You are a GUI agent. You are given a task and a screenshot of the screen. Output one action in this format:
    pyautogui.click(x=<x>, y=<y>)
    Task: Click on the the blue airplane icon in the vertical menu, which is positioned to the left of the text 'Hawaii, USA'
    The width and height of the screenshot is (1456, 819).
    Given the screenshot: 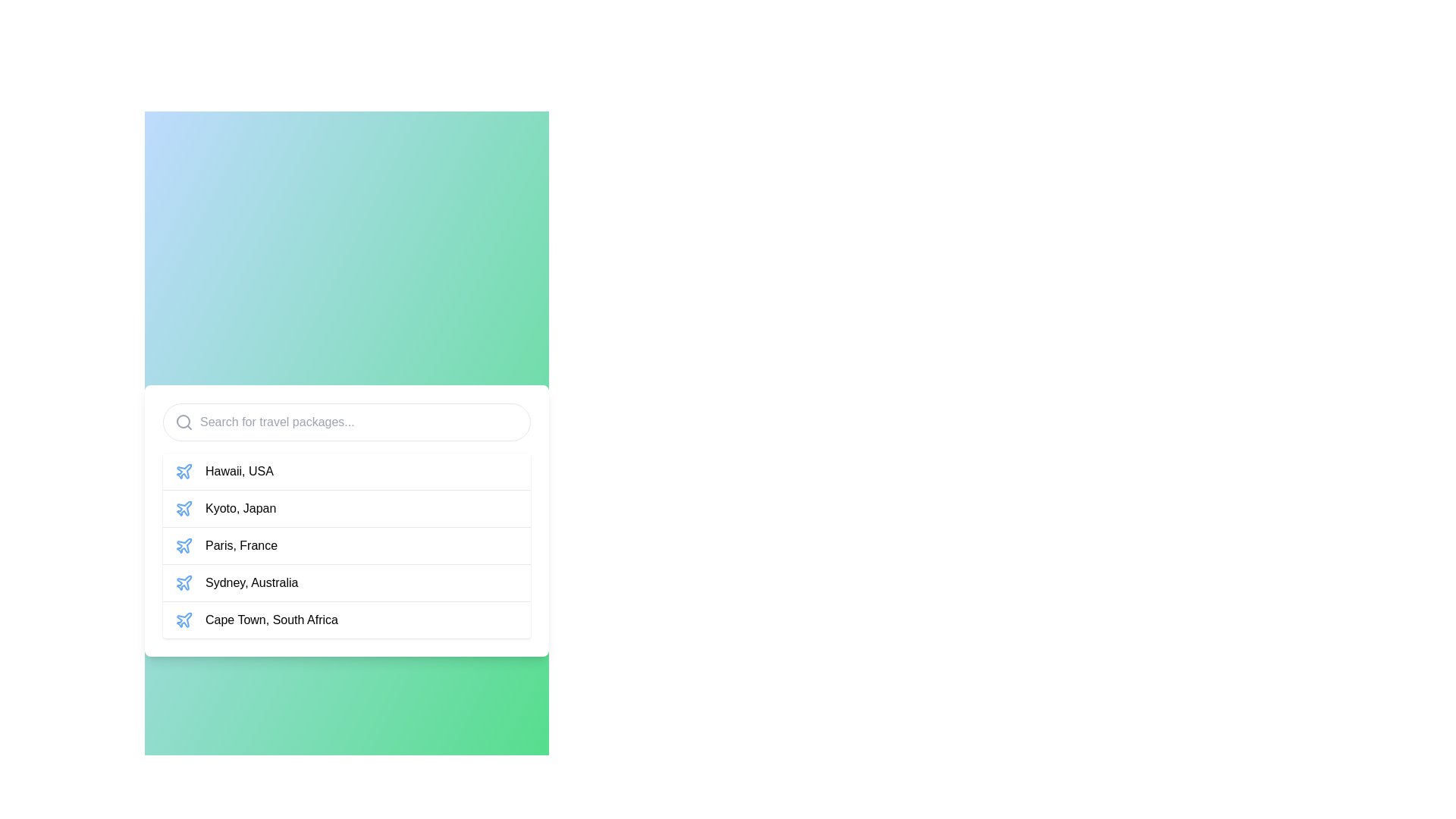 What is the action you would take?
    pyautogui.click(x=184, y=470)
    